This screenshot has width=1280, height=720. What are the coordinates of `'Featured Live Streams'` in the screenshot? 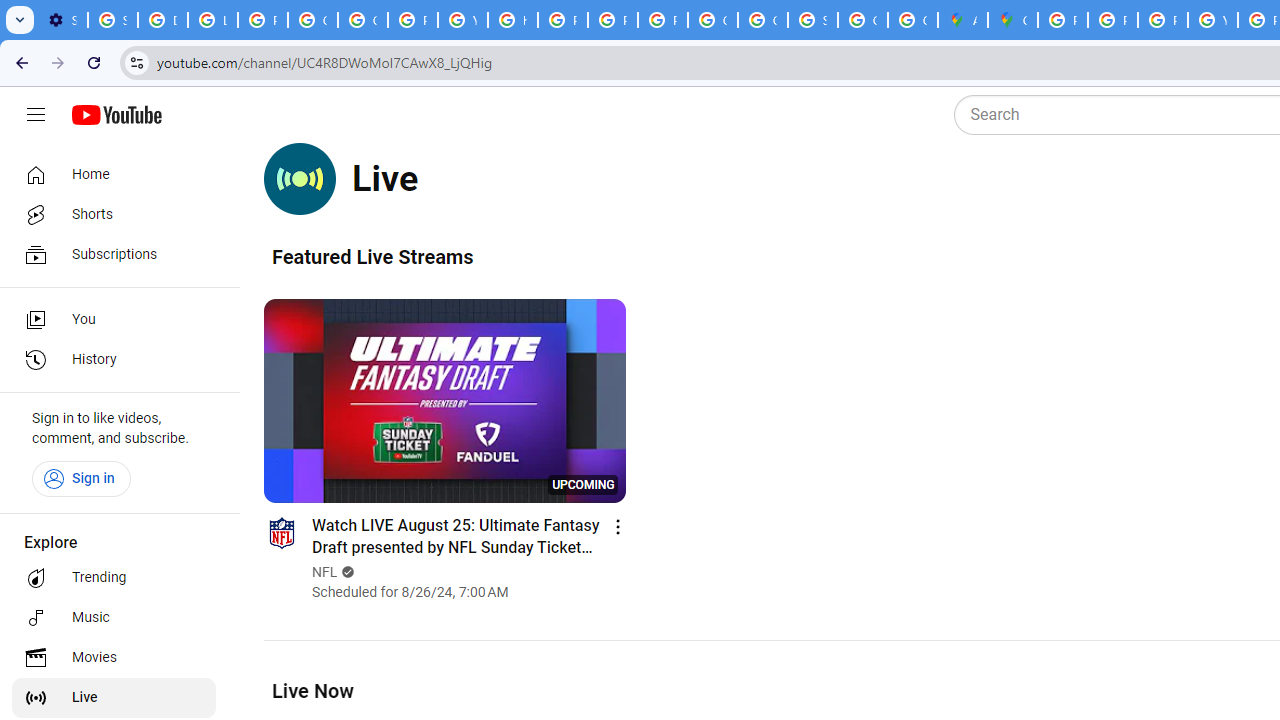 It's located at (372, 256).